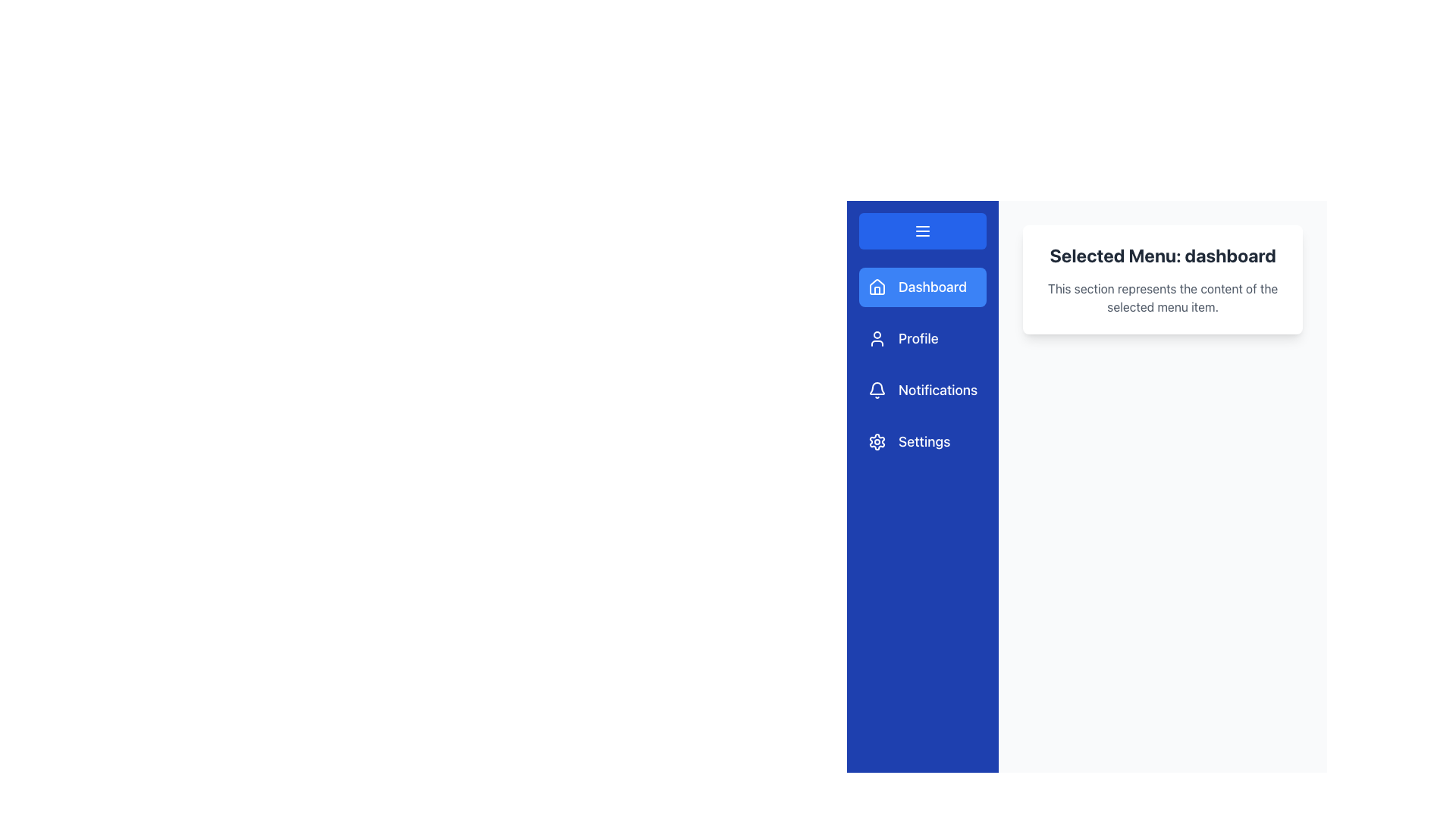 Image resolution: width=1456 pixels, height=819 pixels. Describe the element at coordinates (922, 441) in the screenshot. I see `the 'Settings' navigation menu item` at that location.